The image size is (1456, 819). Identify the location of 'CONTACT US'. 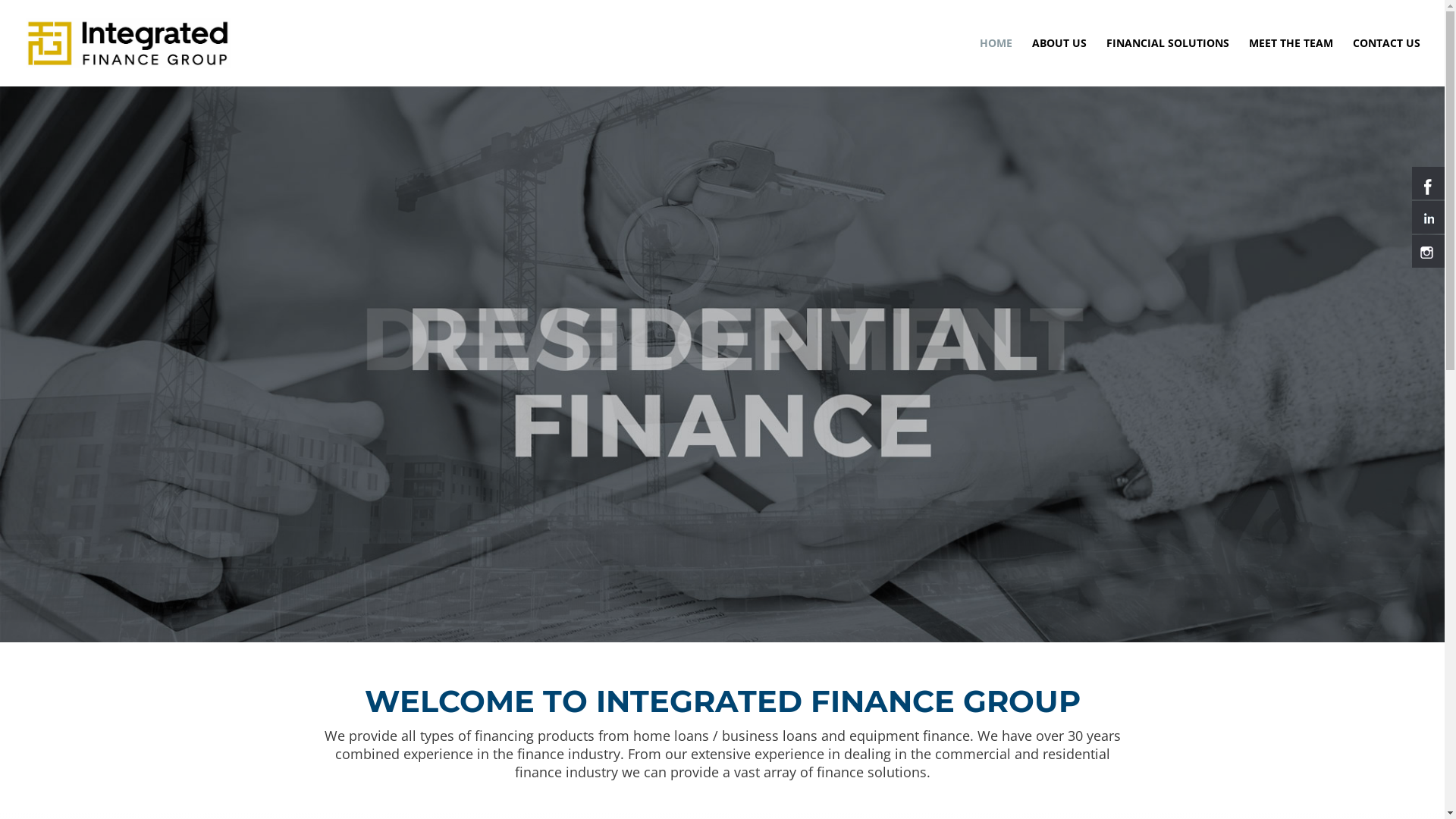
(1353, 61).